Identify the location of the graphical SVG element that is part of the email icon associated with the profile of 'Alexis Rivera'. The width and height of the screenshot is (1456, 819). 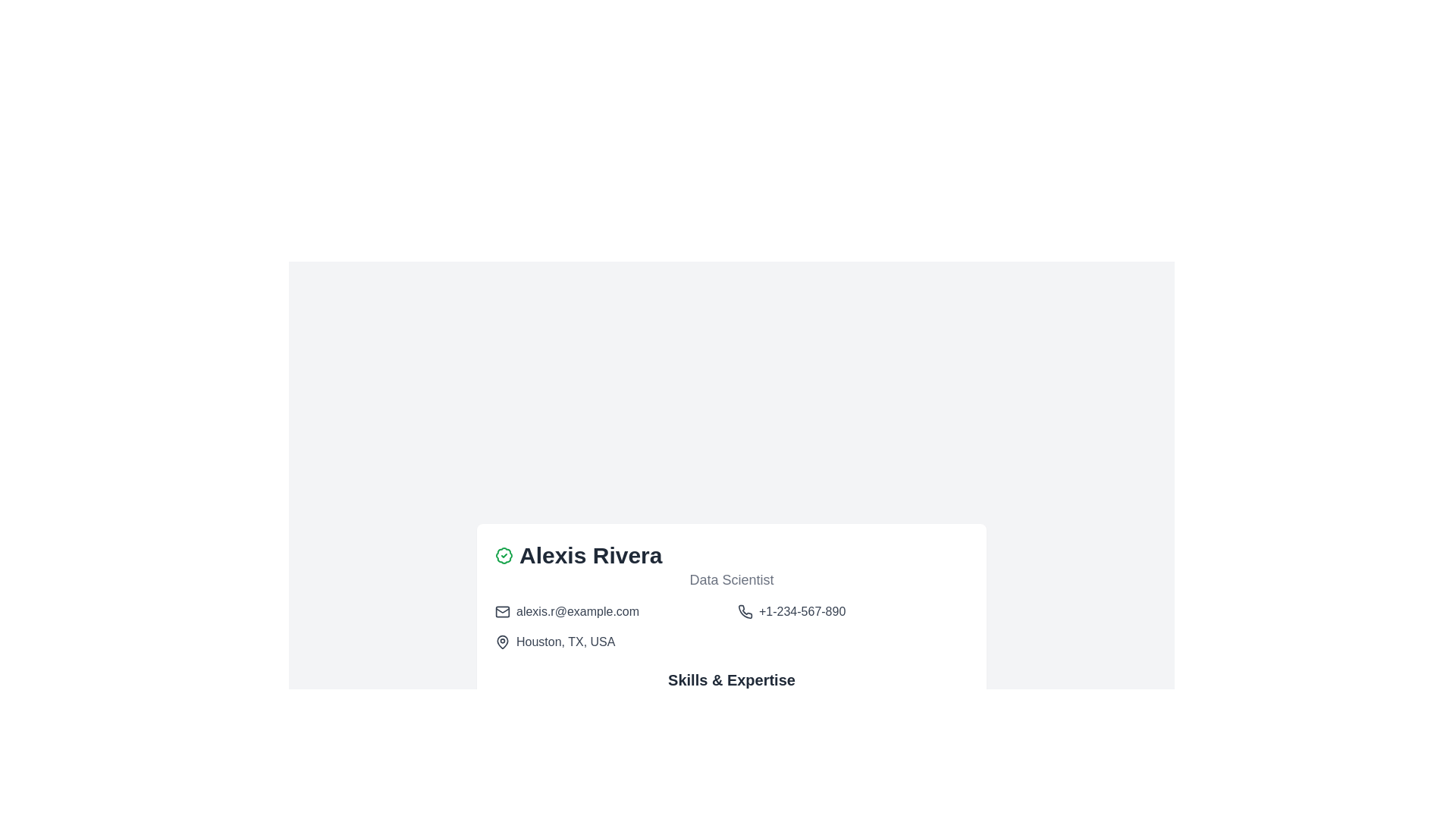
(502, 610).